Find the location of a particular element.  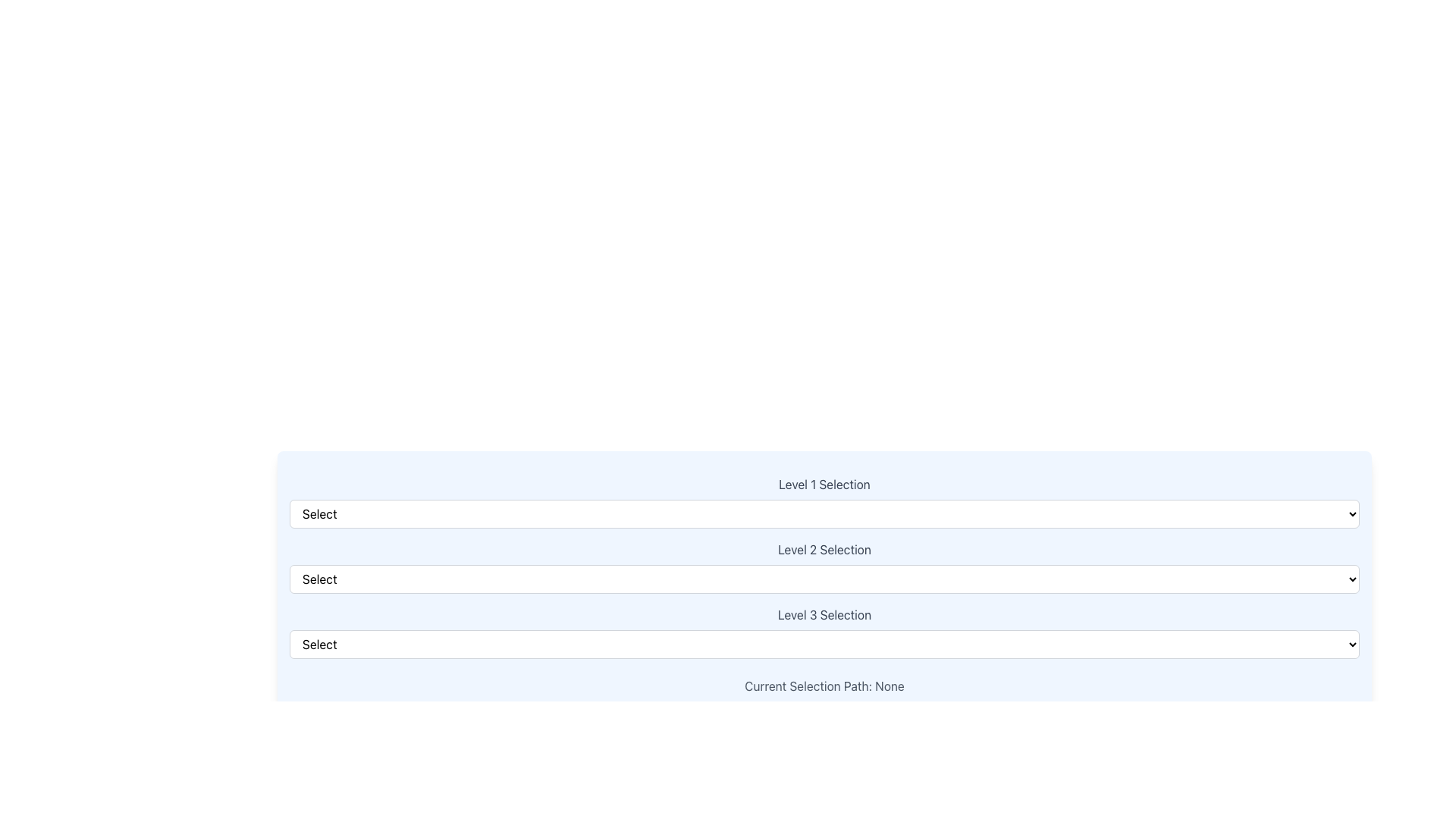

the Plain text label displaying 'Level 3 Selection', which is centered above the 'Select' dropdown input is located at coordinates (824, 614).